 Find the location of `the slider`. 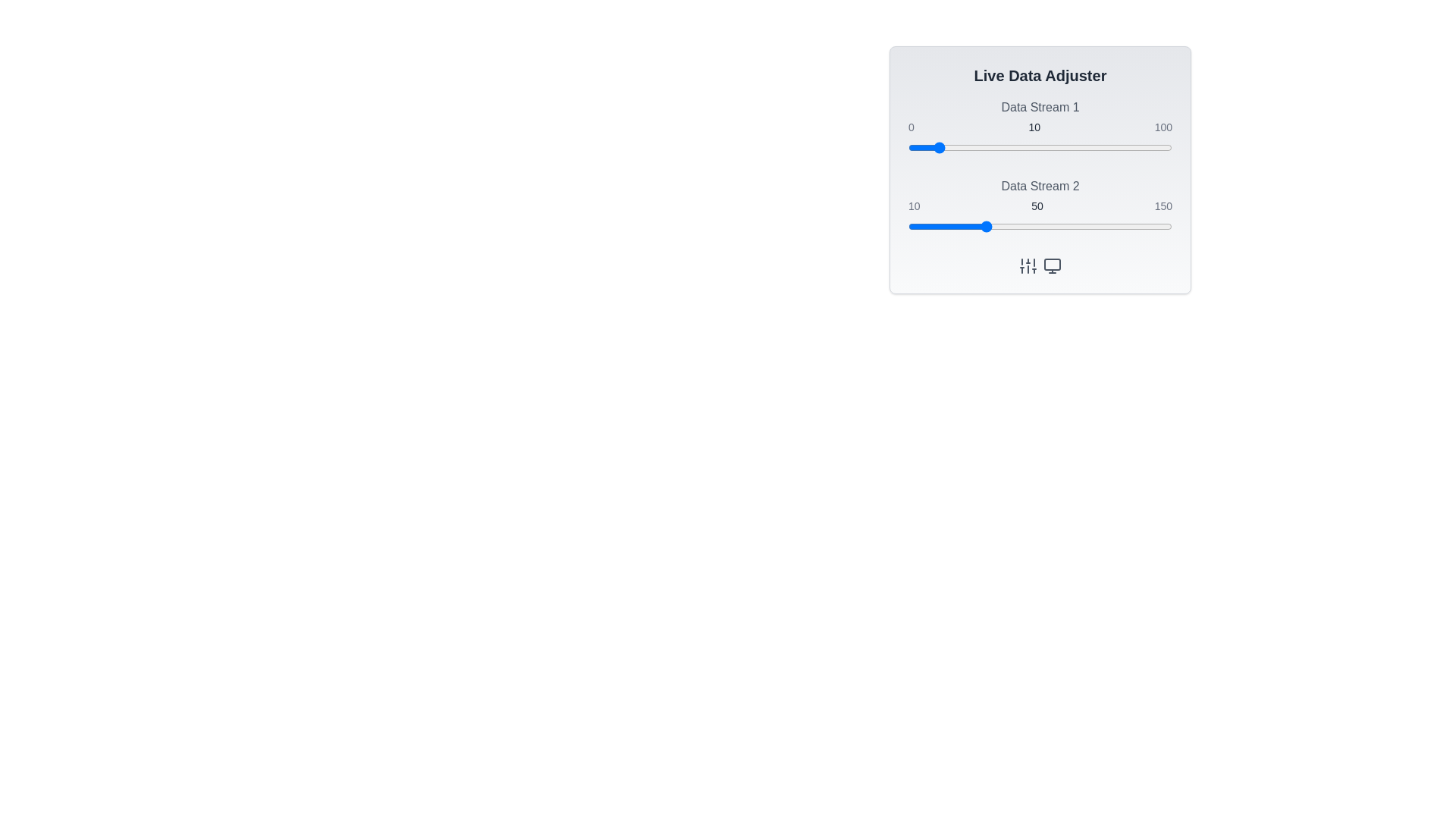

the slider is located at coordinates (1166, 148).